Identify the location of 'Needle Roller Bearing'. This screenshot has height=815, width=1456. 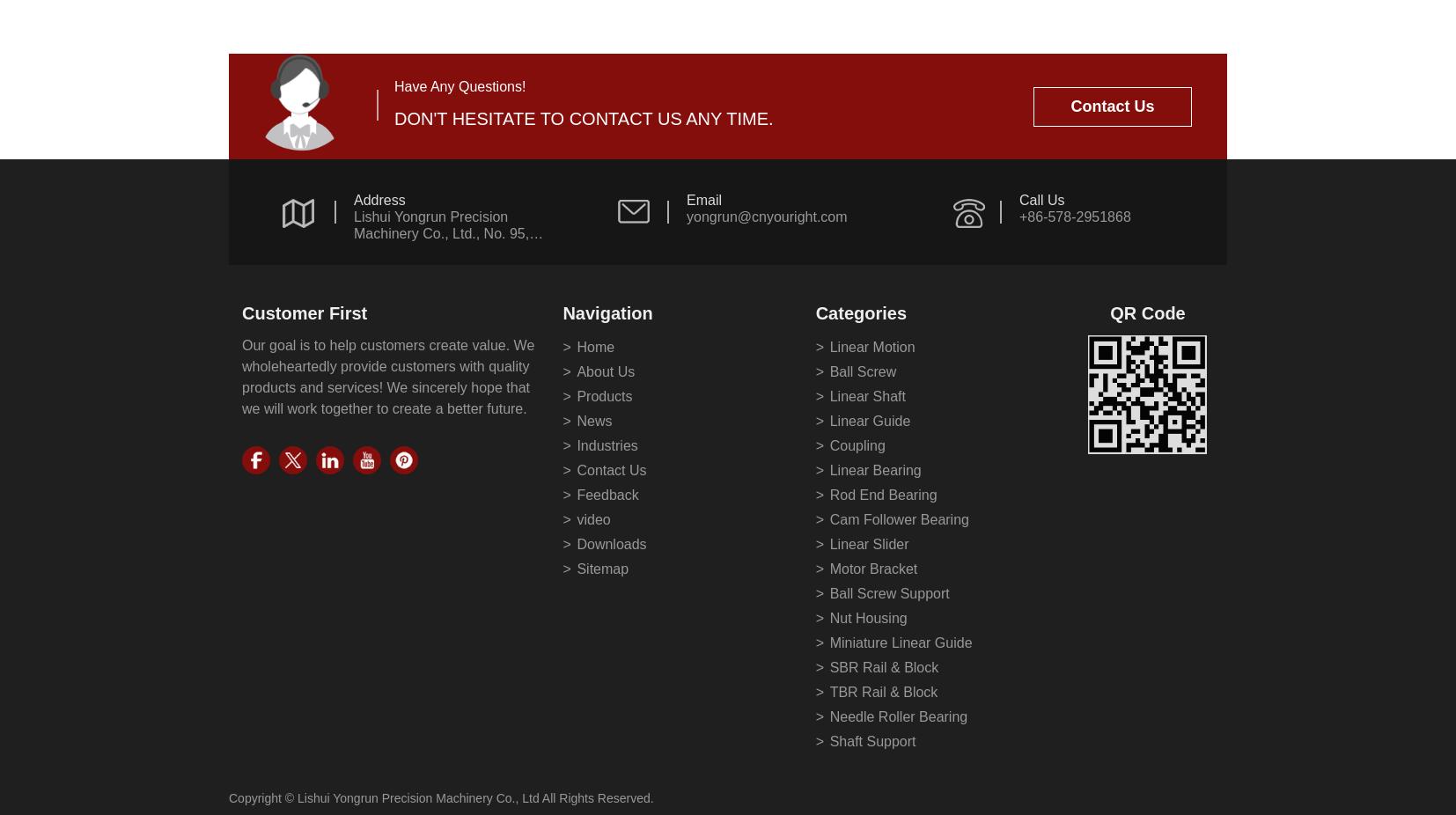
(827, 716).